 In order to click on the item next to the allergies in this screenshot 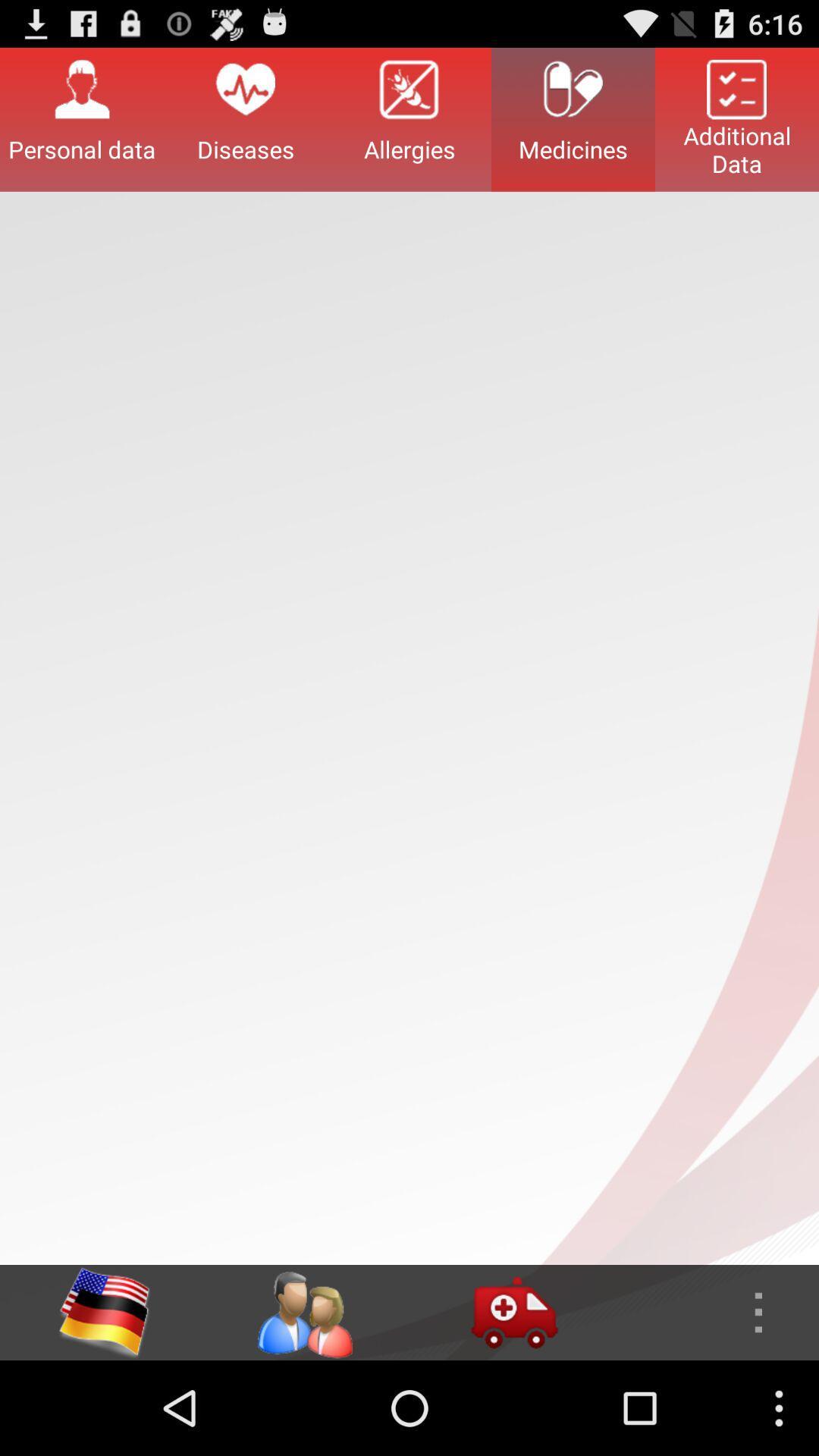, I will do `click(573, 118)`.